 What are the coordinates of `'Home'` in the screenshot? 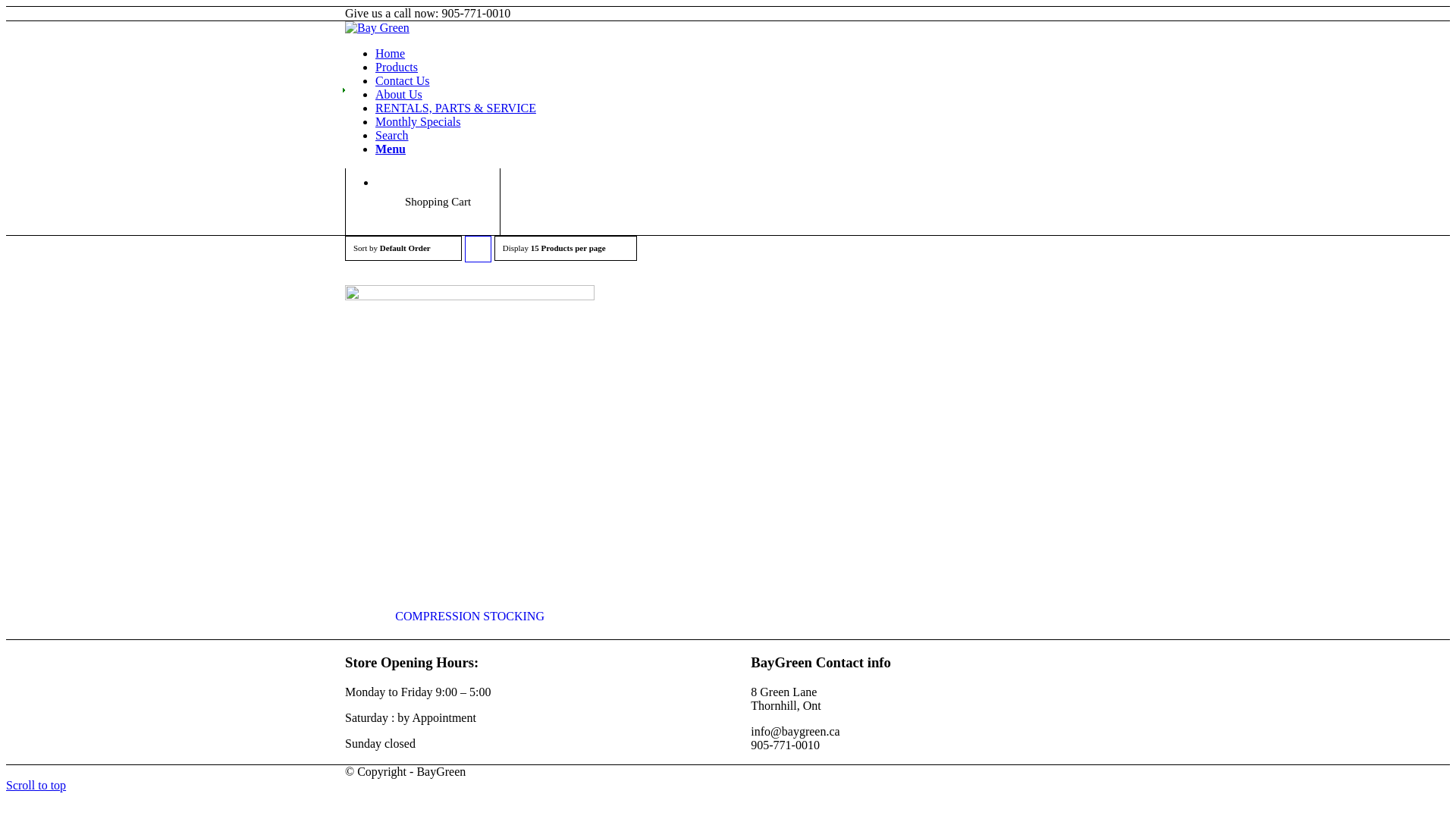 It's located at (390, 52).